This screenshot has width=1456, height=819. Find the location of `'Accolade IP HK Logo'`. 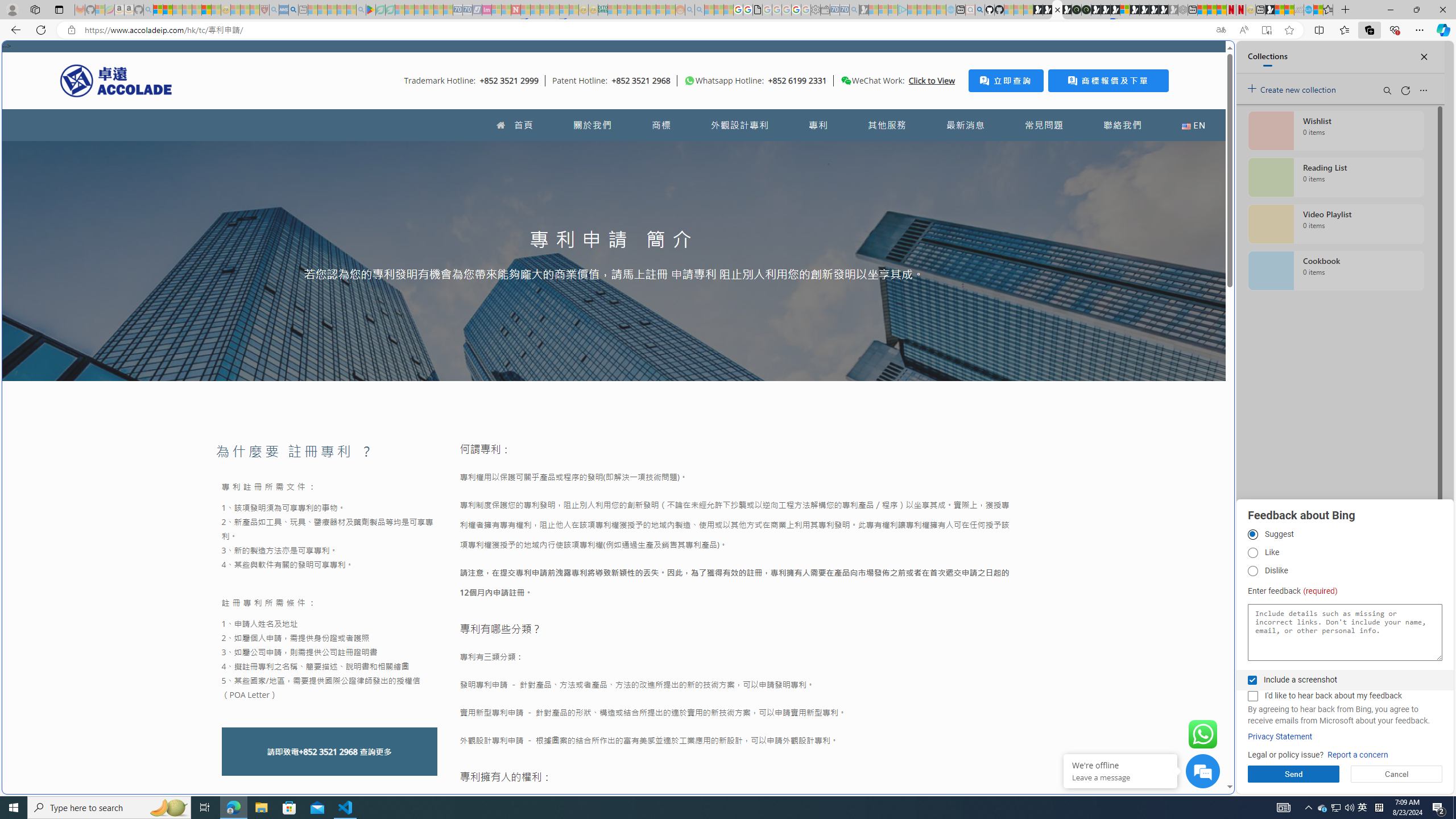

'Accolade IP HK Logo' is located at coordinates (115, 80).